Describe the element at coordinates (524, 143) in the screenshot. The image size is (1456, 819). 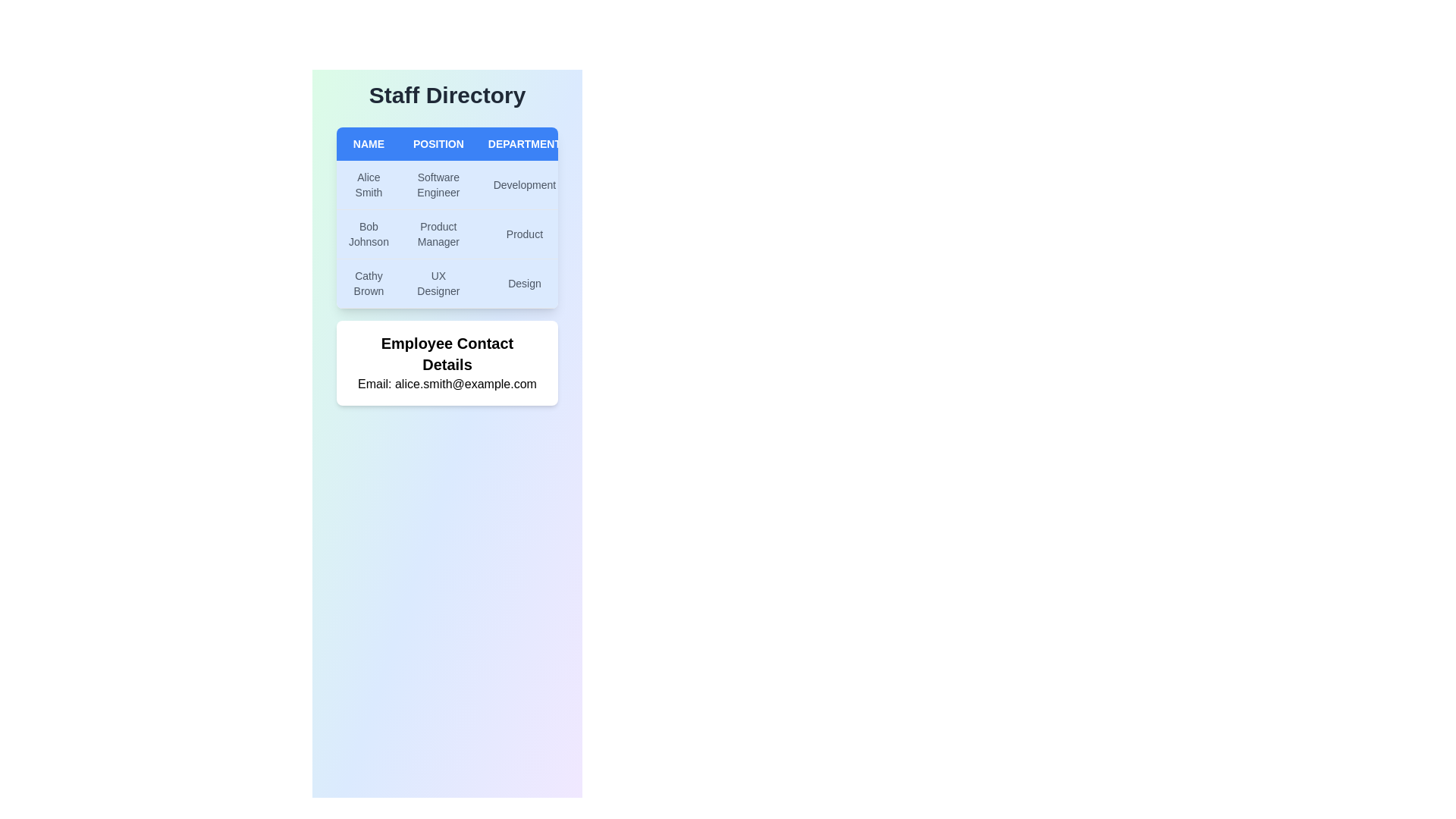
I see `the 'Department' column header` at that location.